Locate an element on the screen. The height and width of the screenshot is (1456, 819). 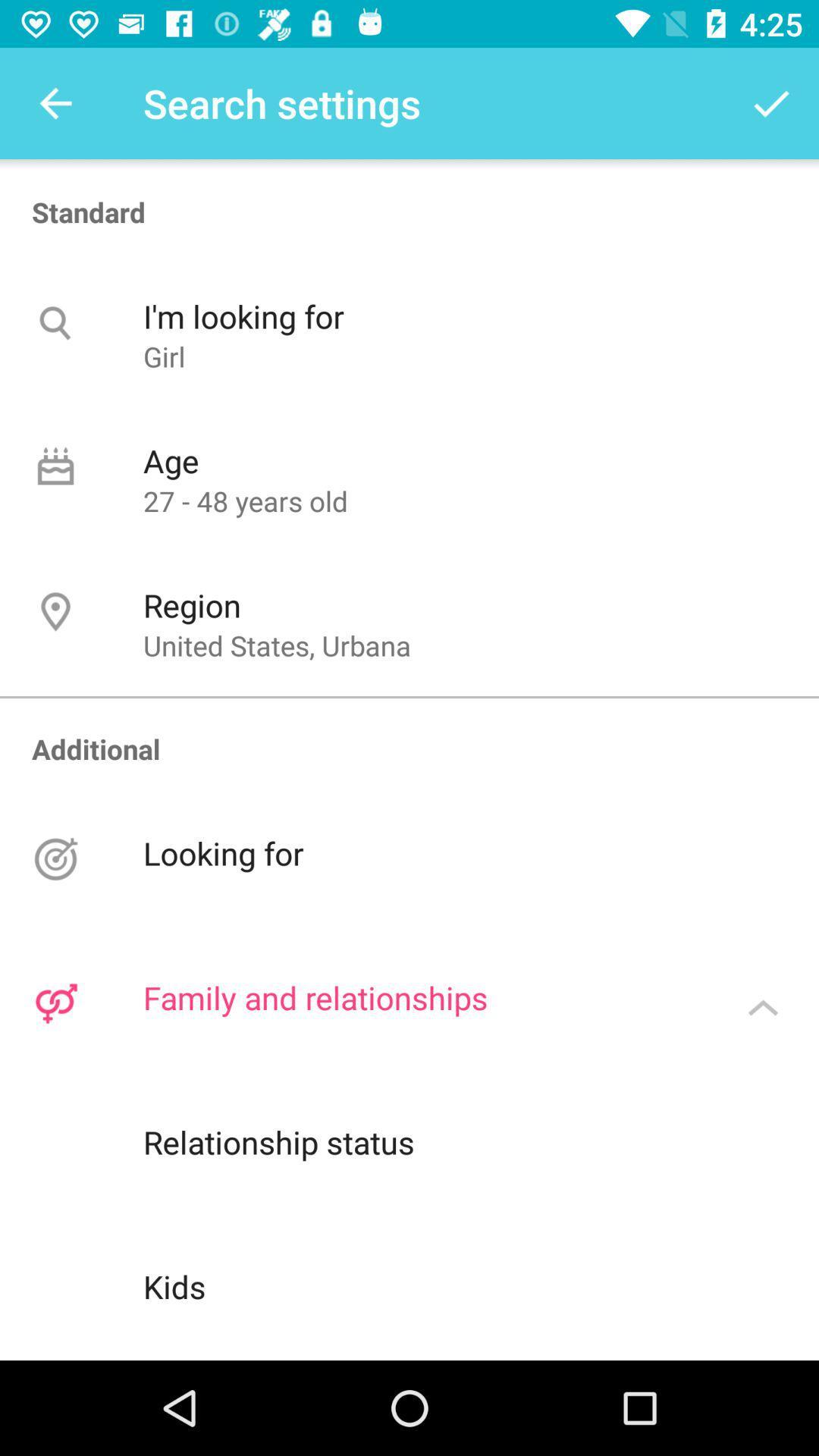
app to the left of search settings app is located at coordinates (55, 102).